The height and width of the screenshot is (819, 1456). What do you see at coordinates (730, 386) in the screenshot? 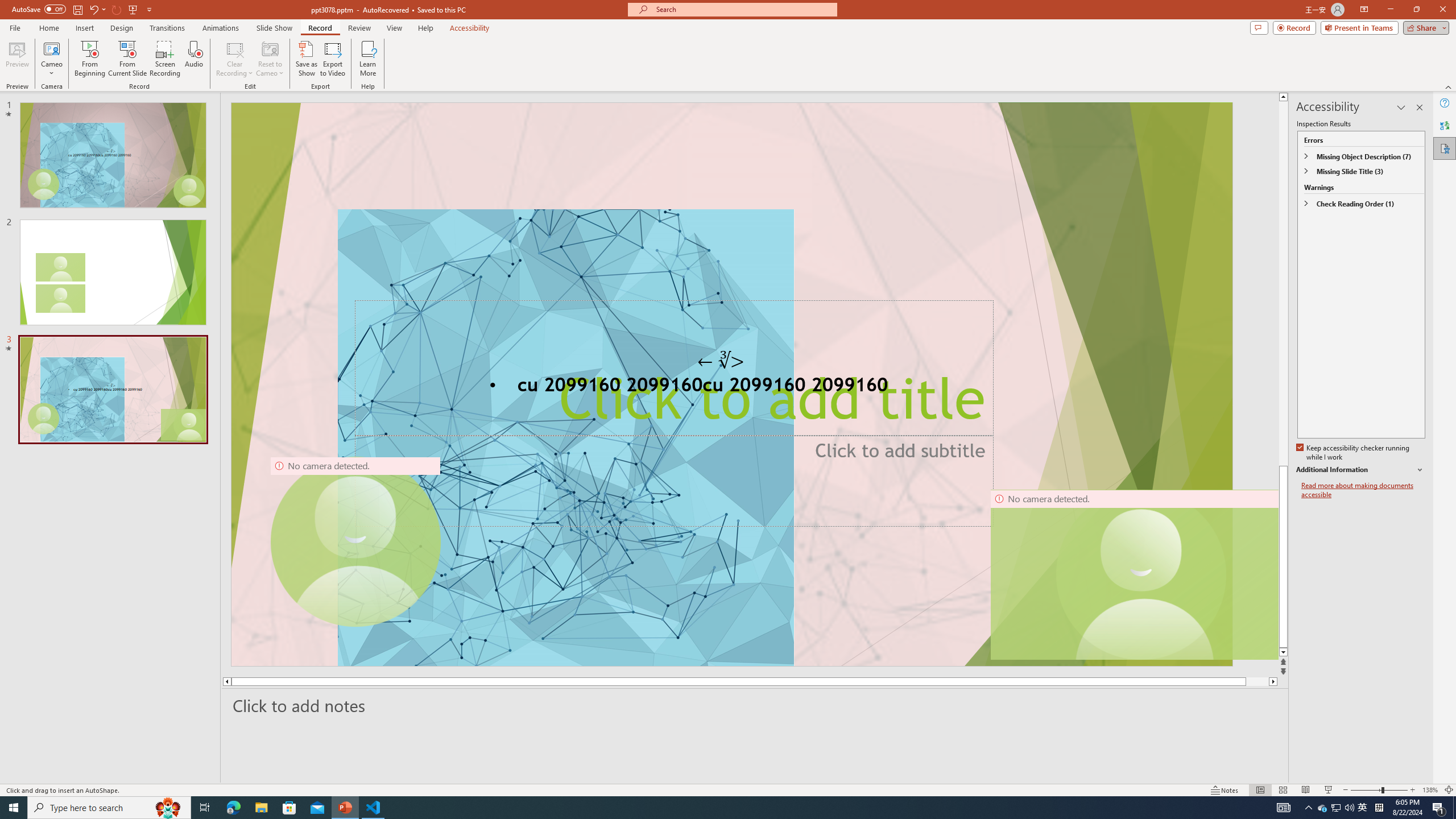
I see `'TextBox 61'` at bounding box center [730, 386].